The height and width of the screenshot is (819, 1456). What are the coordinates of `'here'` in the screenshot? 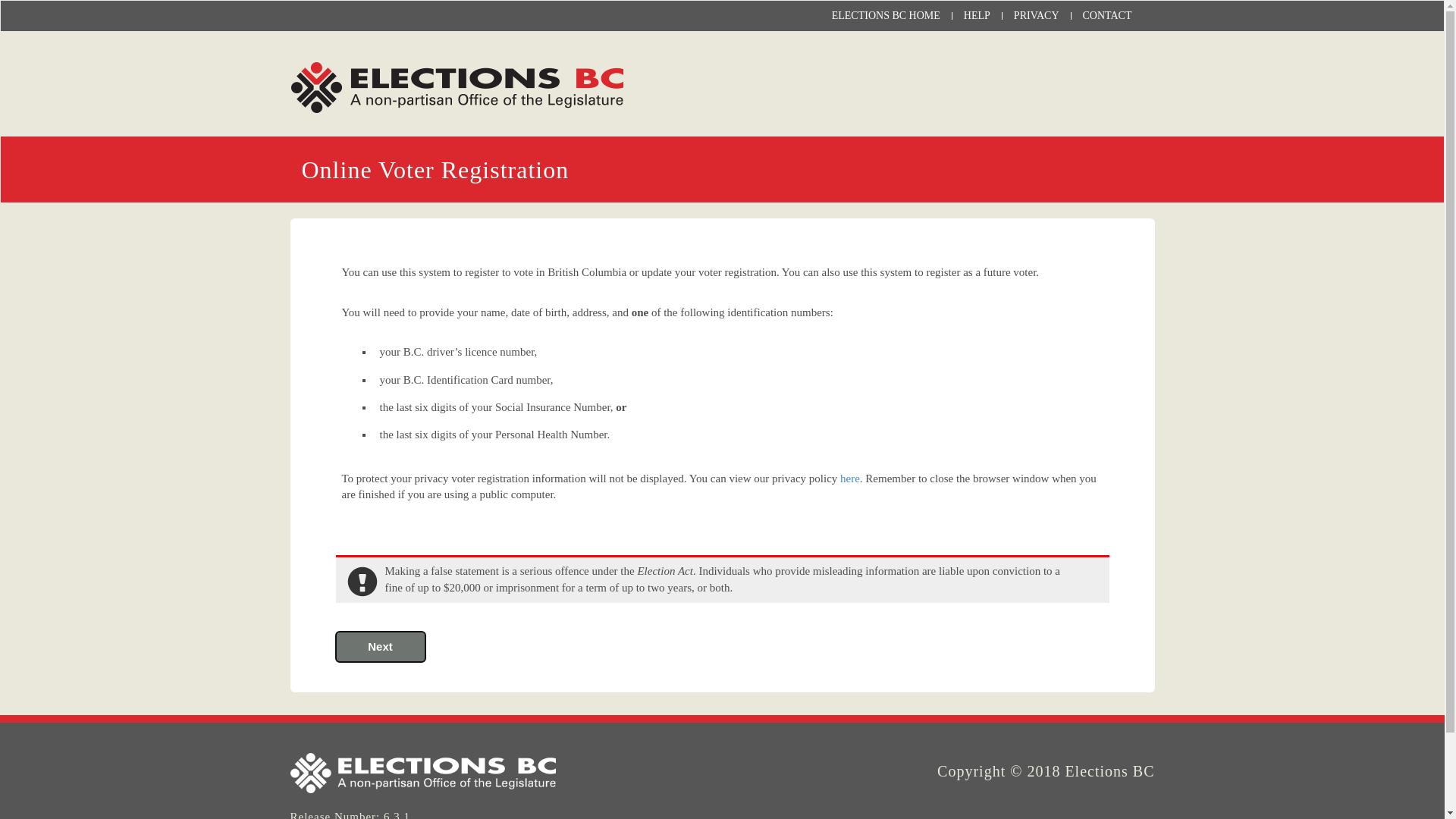 It's located at (850, 479).